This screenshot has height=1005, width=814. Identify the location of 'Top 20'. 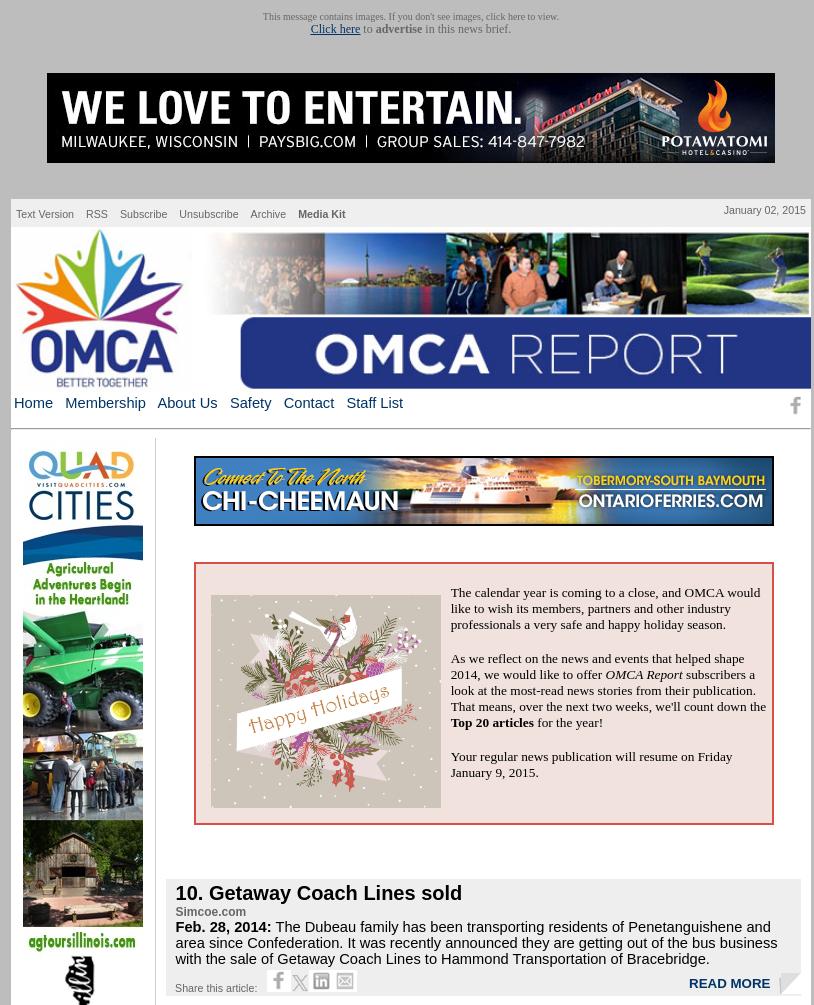
(468, 721).